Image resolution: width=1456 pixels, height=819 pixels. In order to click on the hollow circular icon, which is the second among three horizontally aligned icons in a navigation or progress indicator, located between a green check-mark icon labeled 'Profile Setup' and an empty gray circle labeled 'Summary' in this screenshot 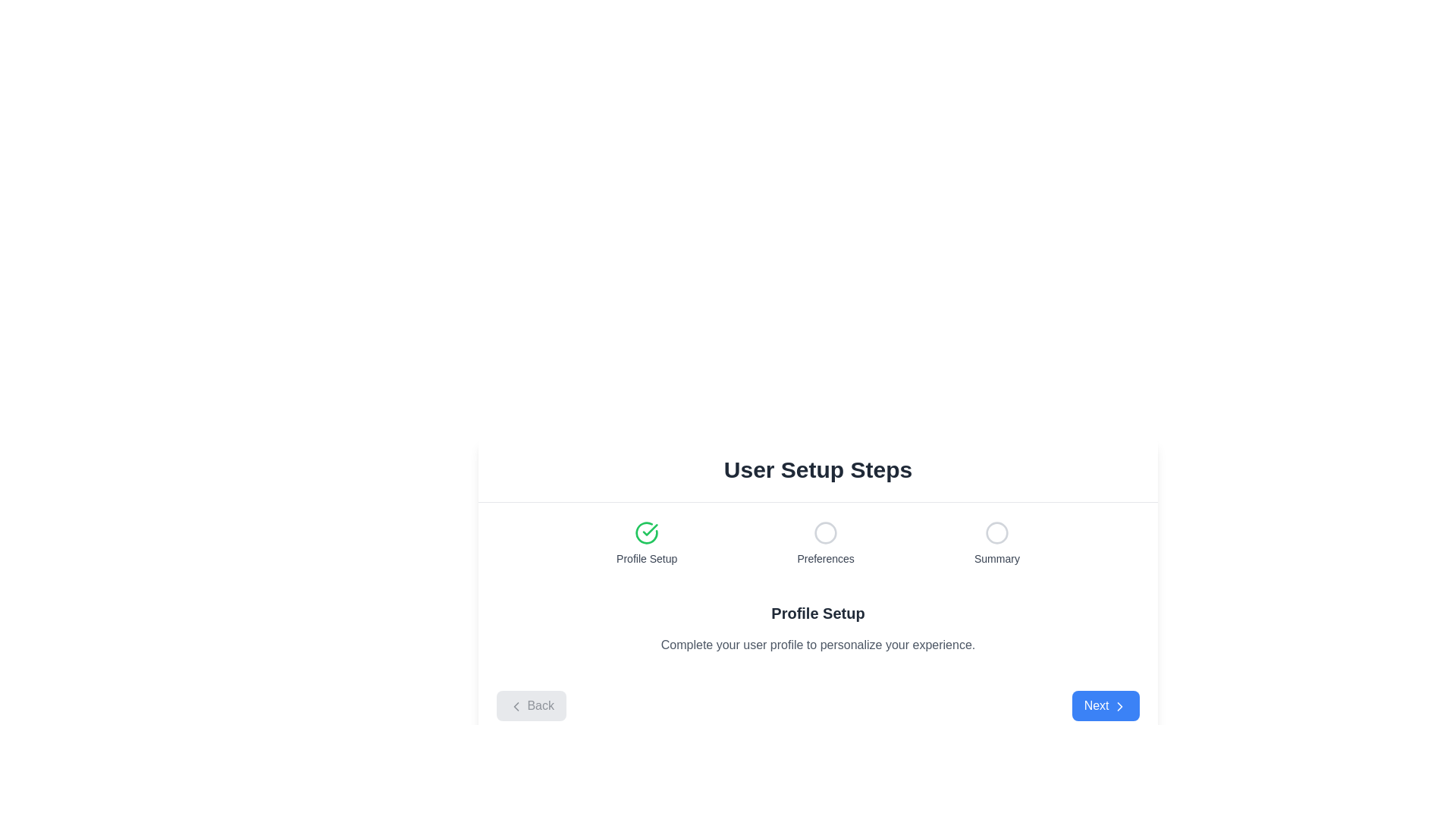, I will do `click(825, 532)`.